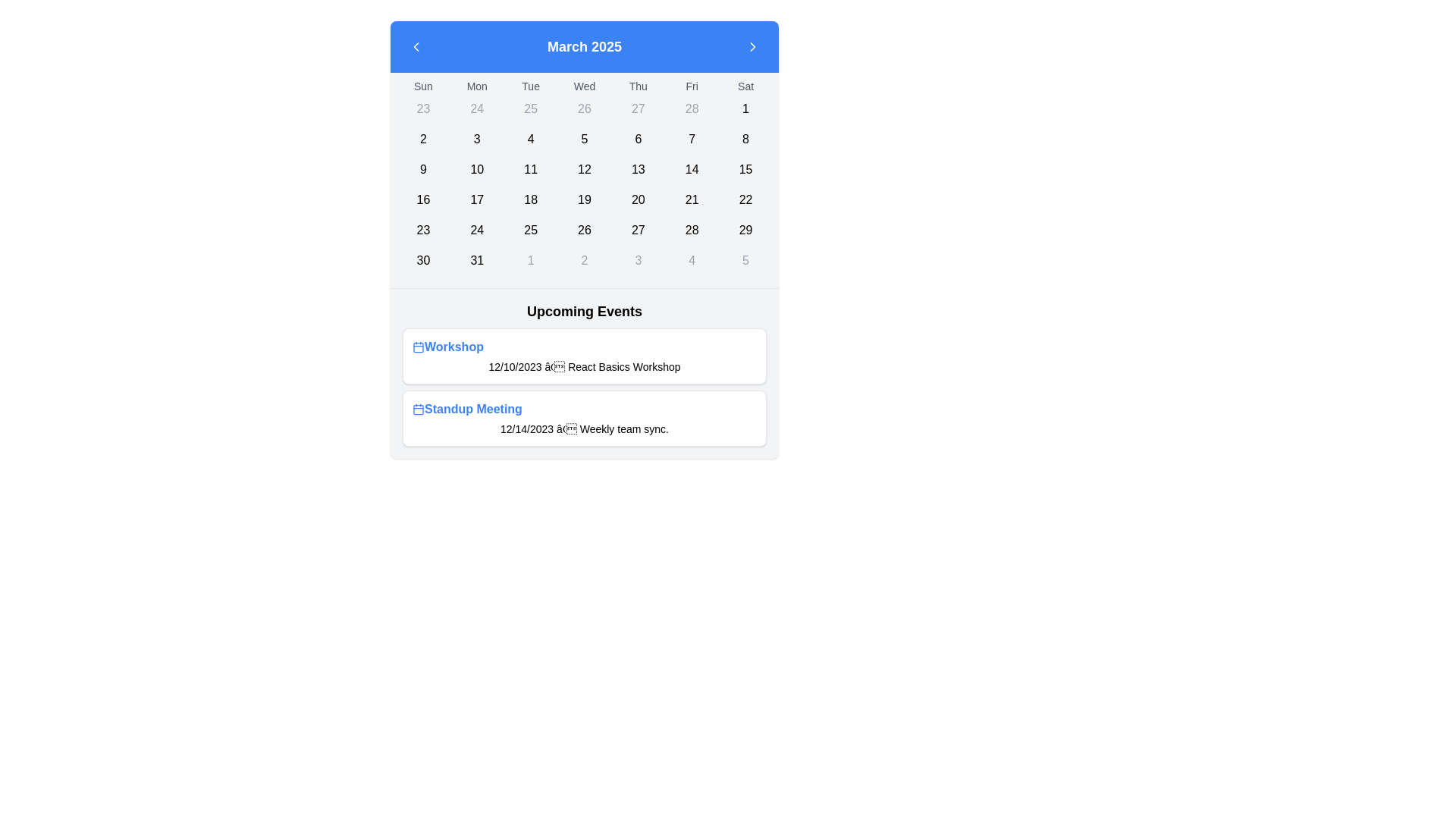 The height and width of the screenshot is (819, 1456). Describe the element at coordinates (691, 108) in the screenshot. I see `the calendar date cell displaying the number '28', which is a rounded square button located under the 'Fri' column in the second row of the calendar grid` at that location.